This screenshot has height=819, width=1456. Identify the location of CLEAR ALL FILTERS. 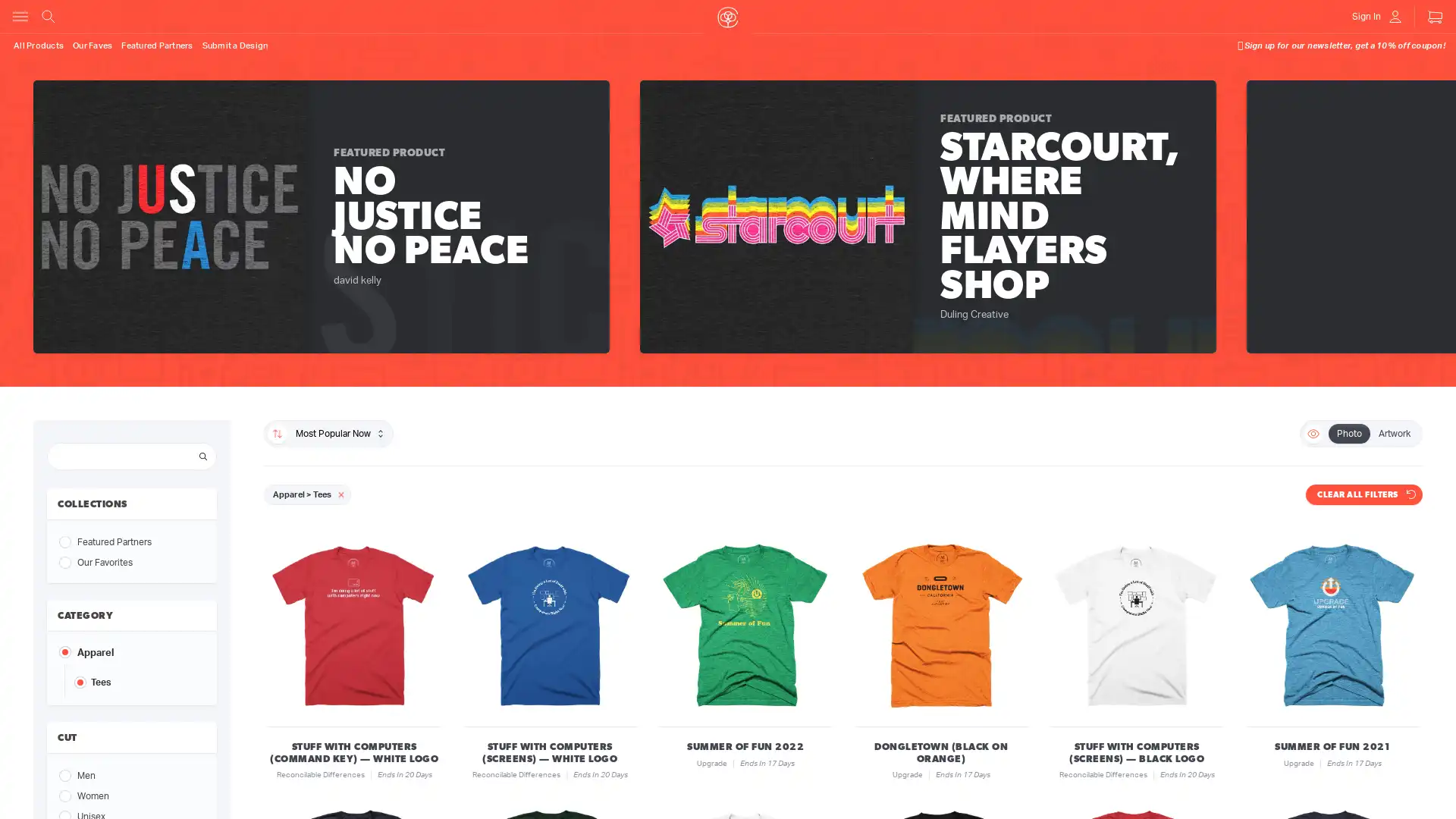
(1364, 513).